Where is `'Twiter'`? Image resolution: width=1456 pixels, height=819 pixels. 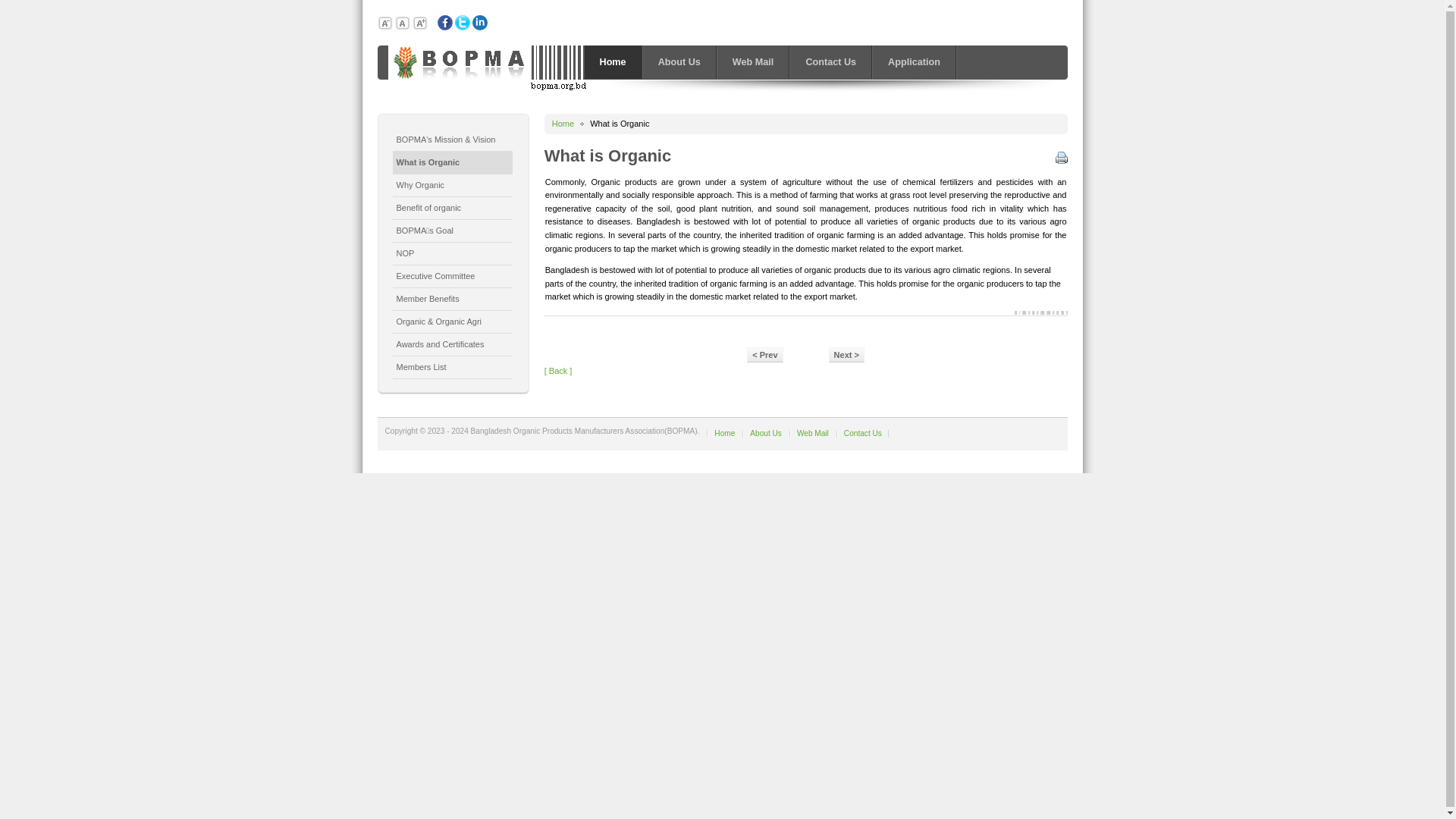 'Twiter' is located at coordinates (461, 23).